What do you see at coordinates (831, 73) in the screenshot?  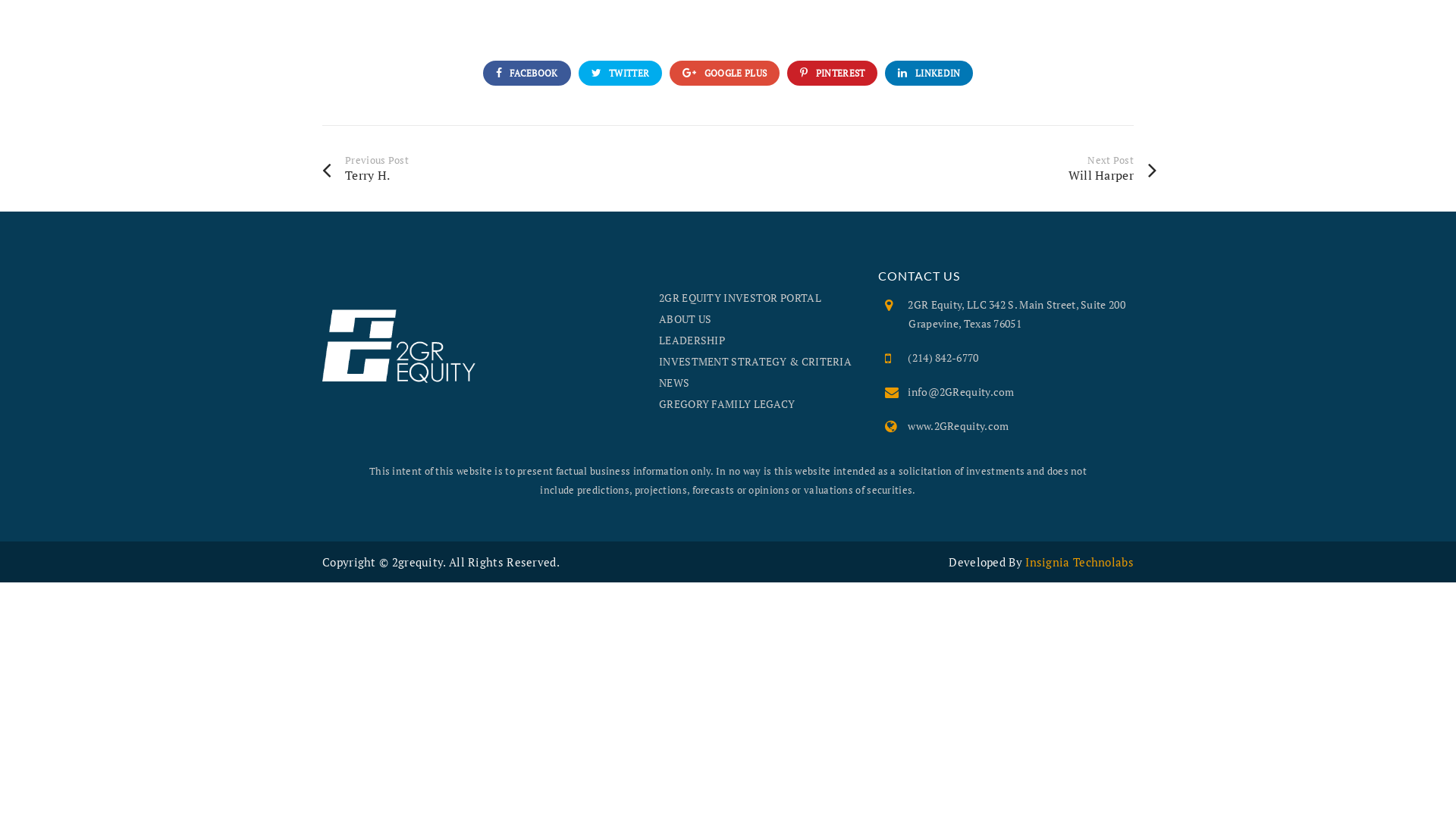 I see `'PINTEREST'` at bounding box center [831, 73].